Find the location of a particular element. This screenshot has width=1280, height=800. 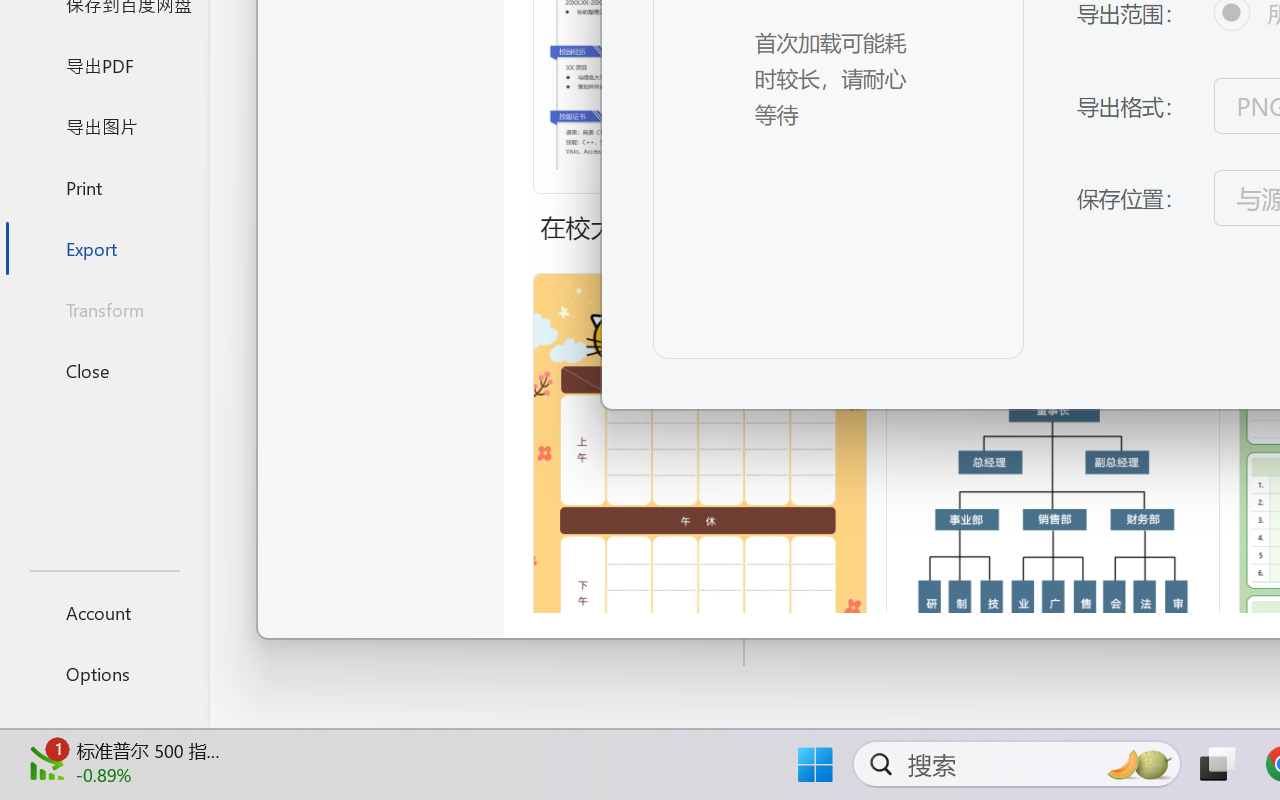

'Export' is located at coordinates (103, 247).